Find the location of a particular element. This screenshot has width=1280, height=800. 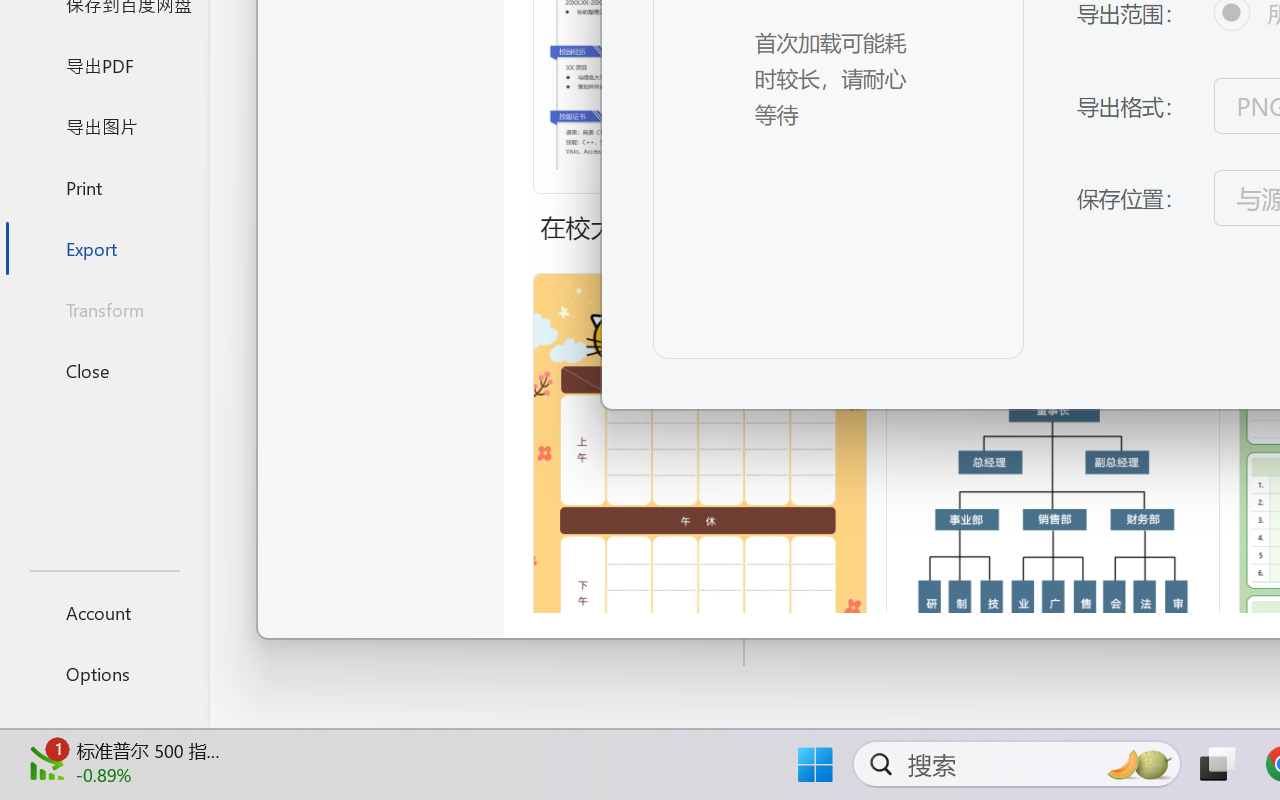

'Export' is located at coordinates (103, 247).